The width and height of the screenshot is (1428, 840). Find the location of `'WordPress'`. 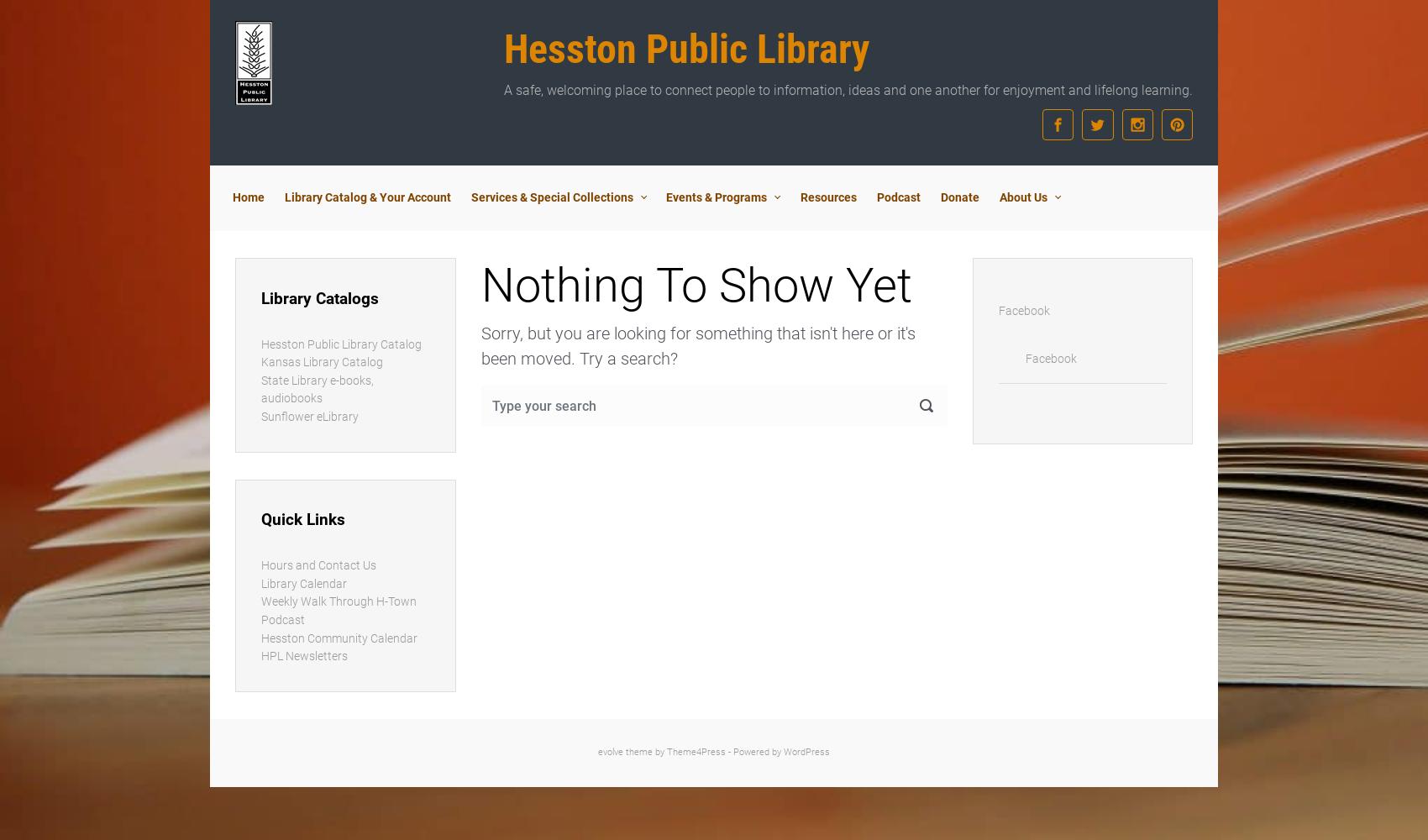

'WordPress' is located at coordinates (783, 751).